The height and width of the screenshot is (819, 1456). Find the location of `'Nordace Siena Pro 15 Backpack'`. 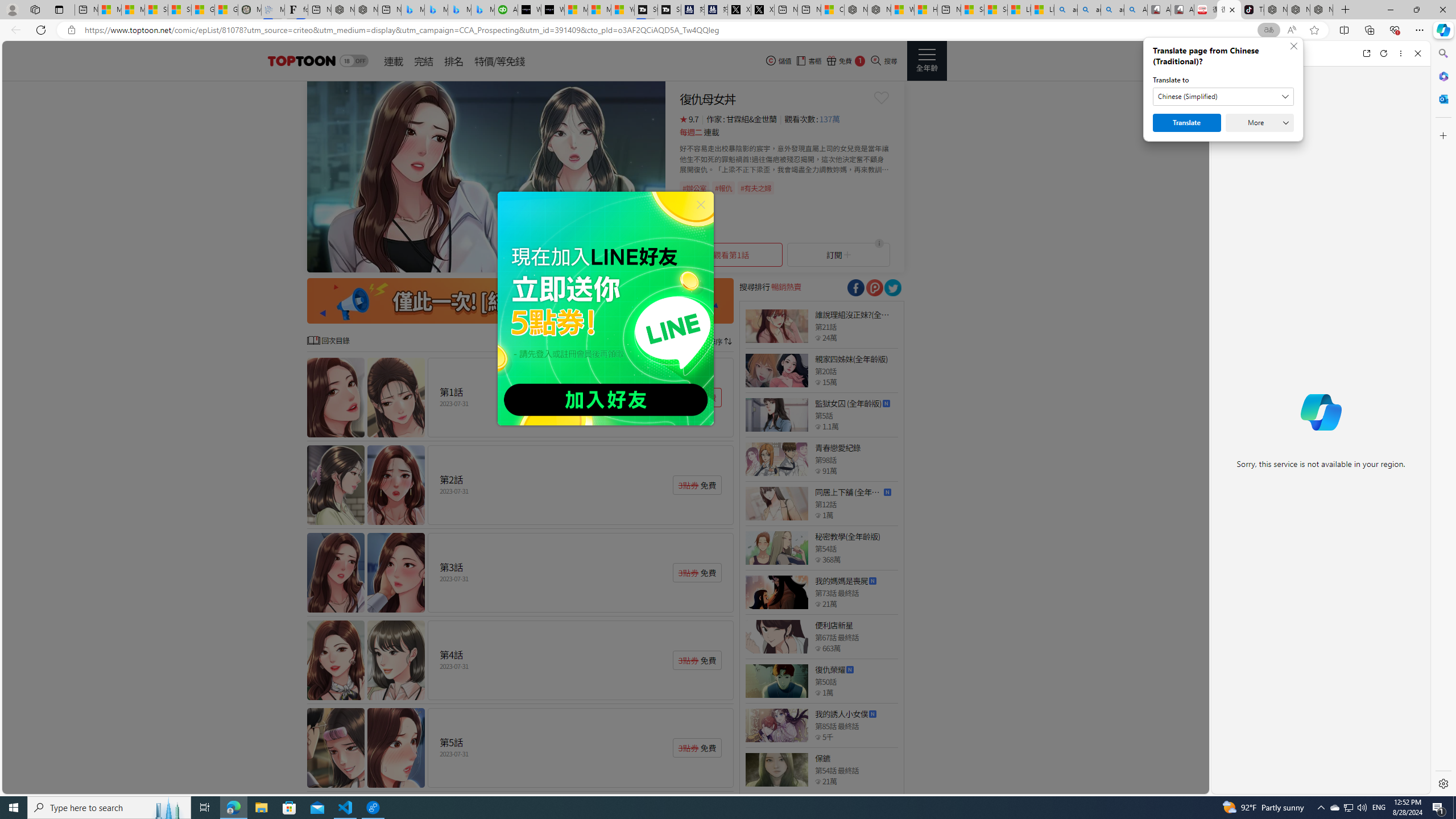

'Nordace Siena Pro 15 Backpack' is located at coordinates (1298, 9).